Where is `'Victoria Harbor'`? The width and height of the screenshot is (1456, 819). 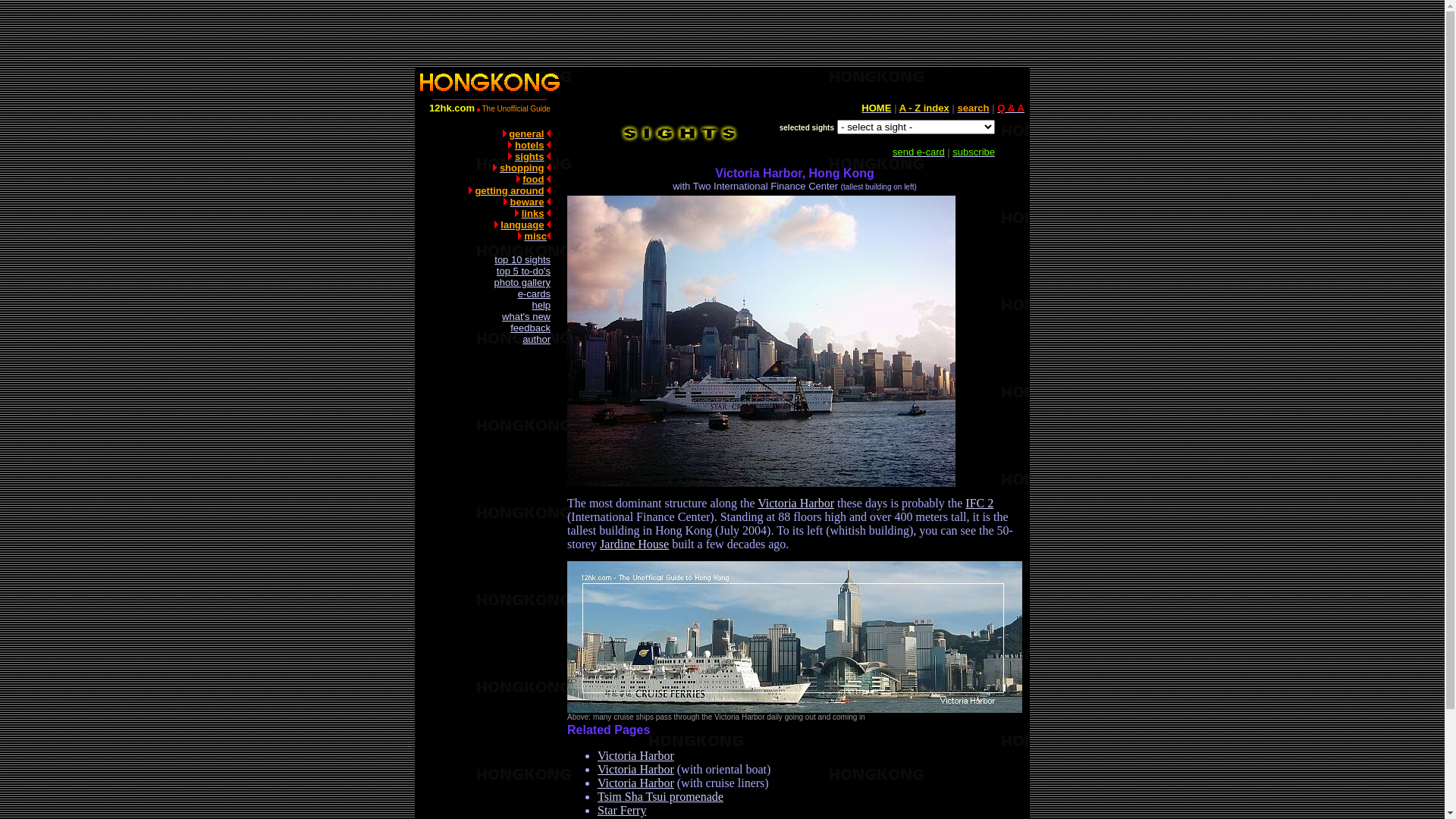
'Victoria Harbor' is located at coordinates (635, 769).